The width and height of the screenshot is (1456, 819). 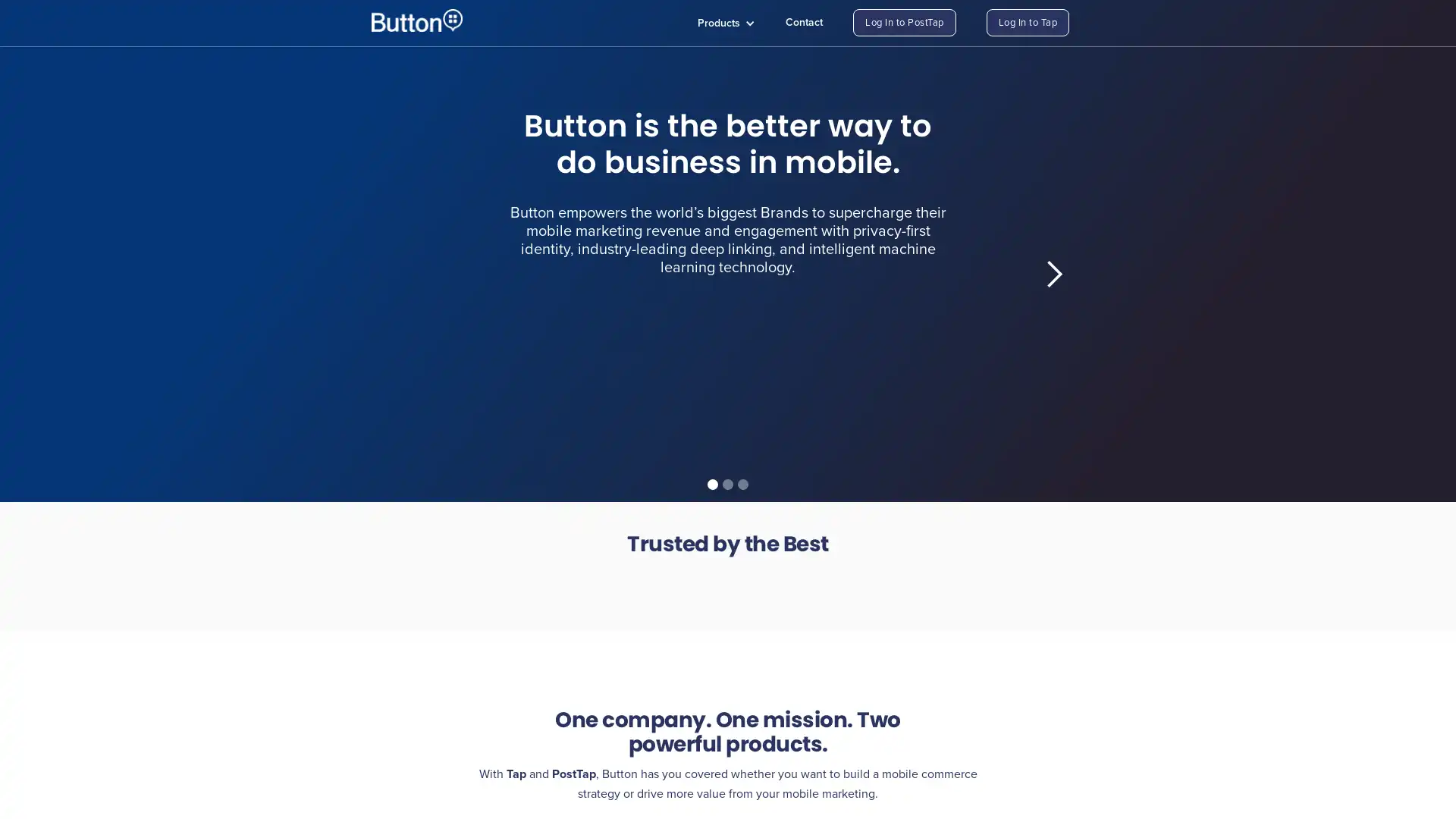 What do you see at coordinates (559, 385) in the screenshot?
I see `Tell me more` at bounding box center [559, 385].